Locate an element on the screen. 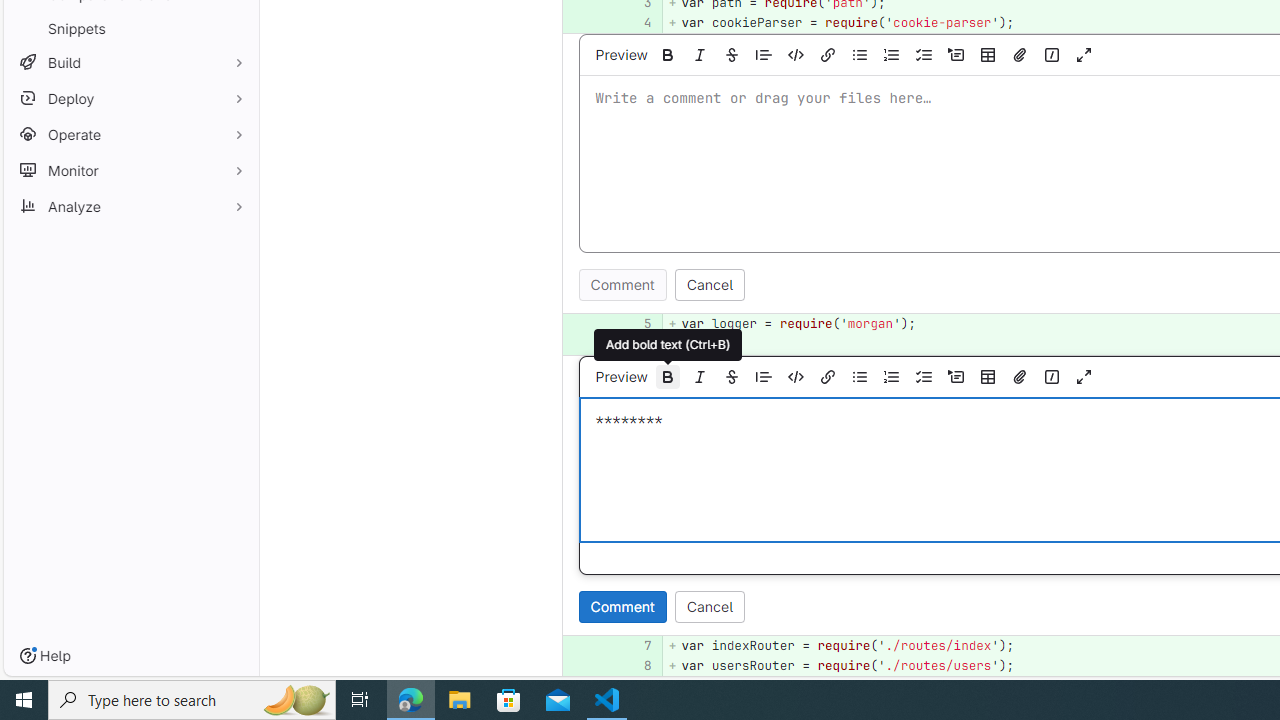 The image size is (1280, 720). 'Class: s16 gl-icon gl-button-icon ' is located at coordinates (1083, 376).